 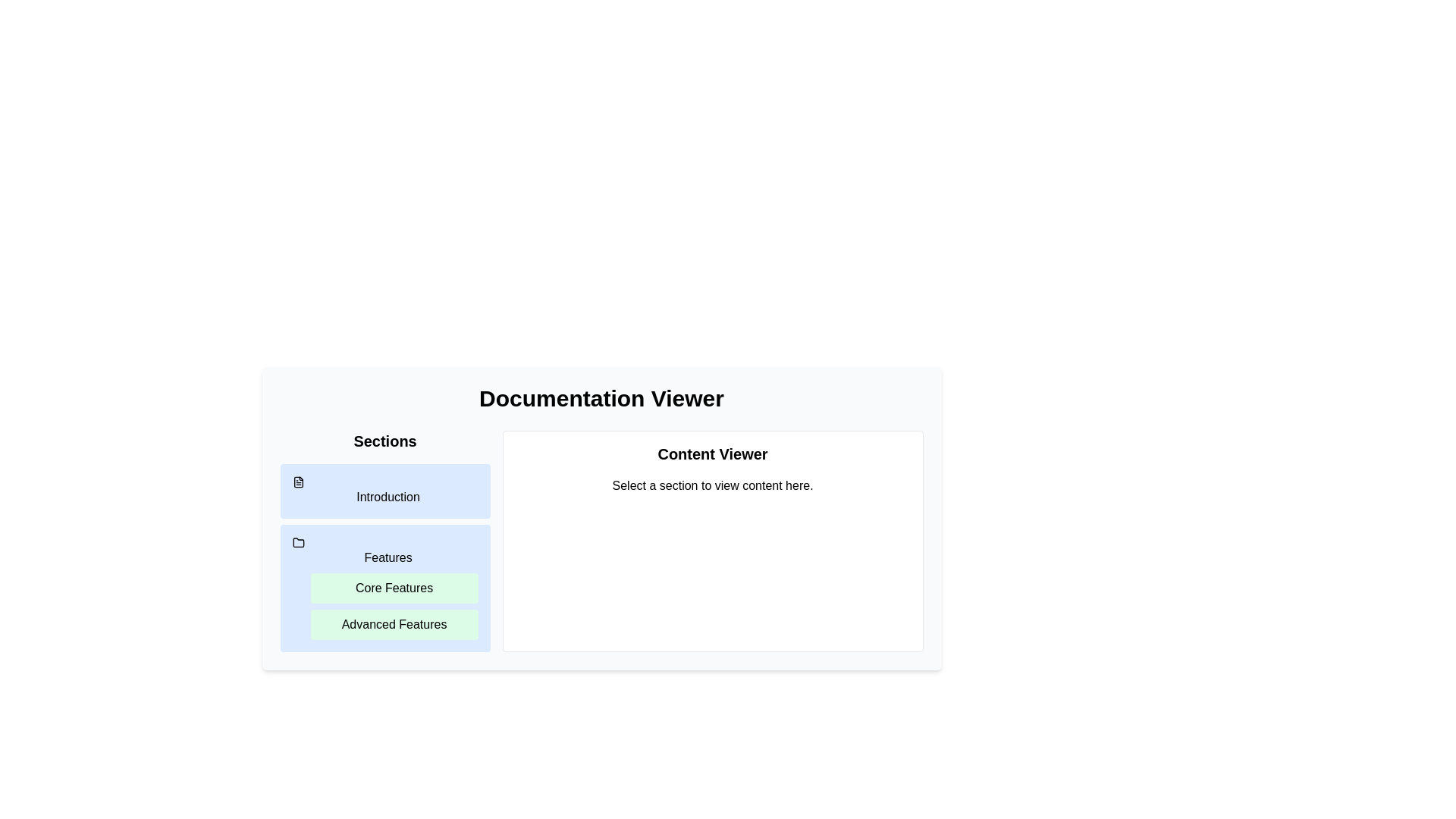 I want to click on the 'Introduction' button, which is a rectangular button with rounded corners, light blue background, and a document icon on the left, so click(x=385, y=491).